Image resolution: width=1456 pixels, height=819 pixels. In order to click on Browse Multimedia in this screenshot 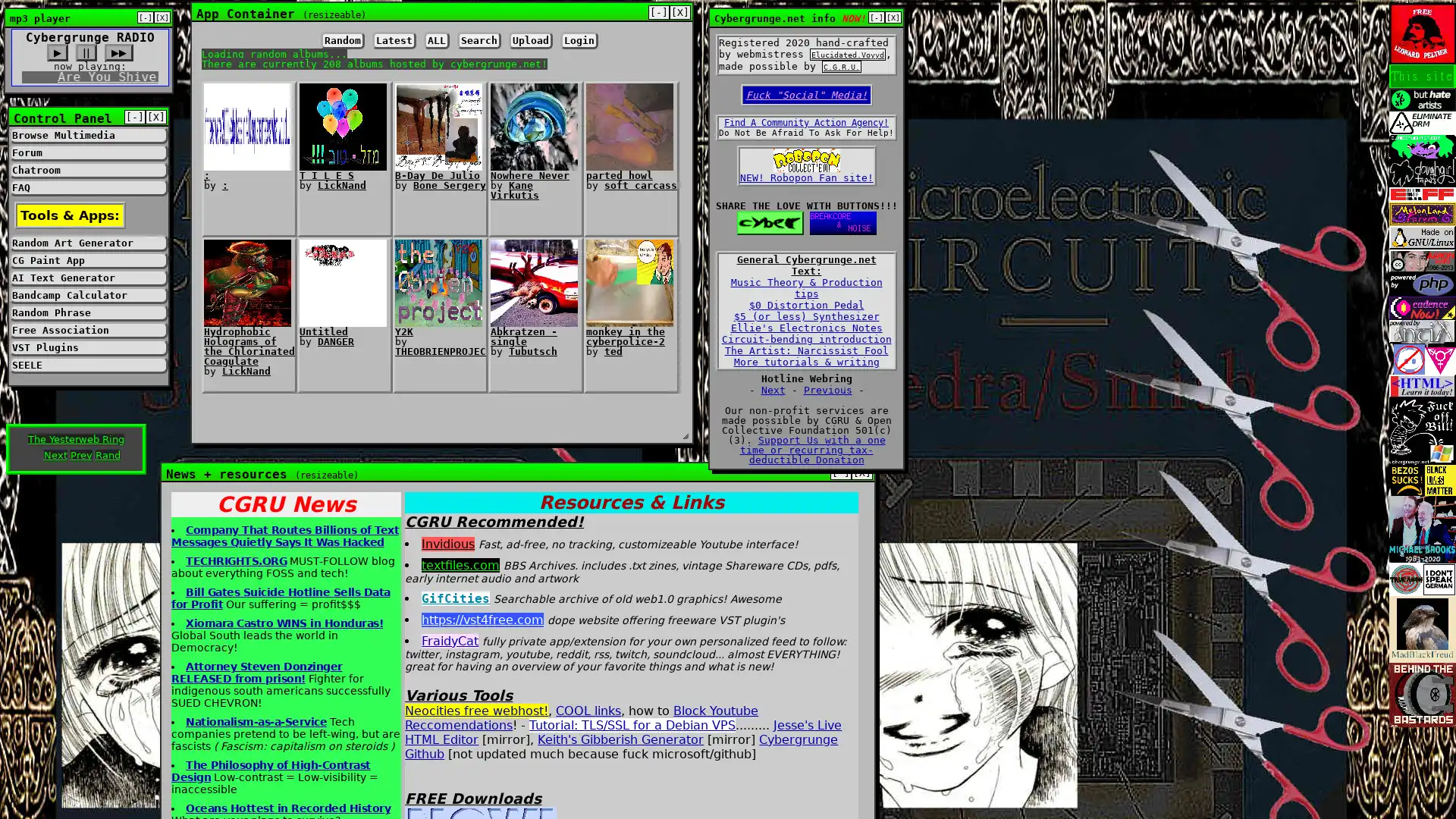, I will do `click(87, 134)`.